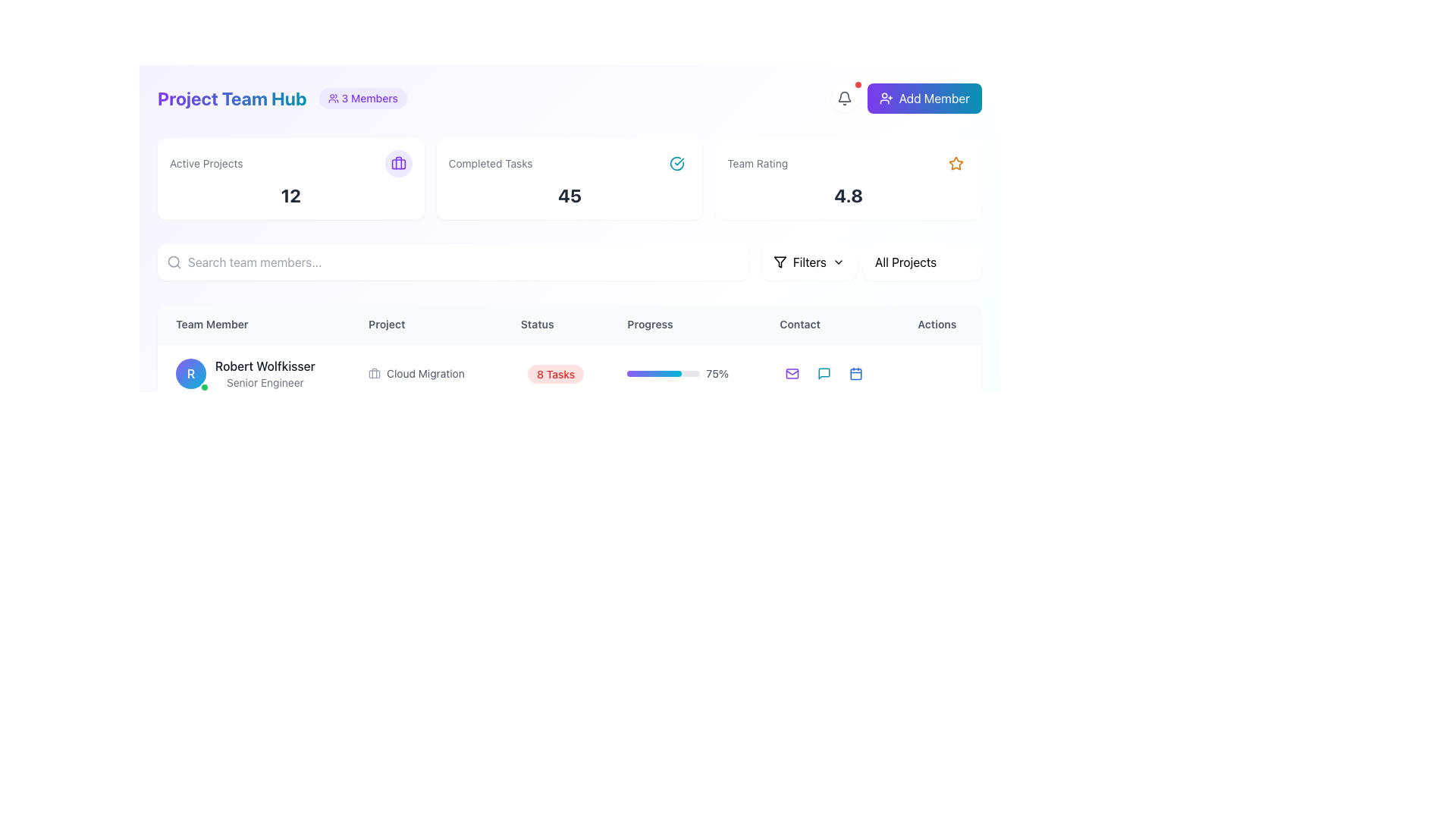 The image size is (1456, 819). Describe the element at coordinates (955, 164) in the screenshot. I see `the amber star icon within a circular background located in the 'Team Rating' section, positioned to the right of the rating text ('4.8')` at that location.